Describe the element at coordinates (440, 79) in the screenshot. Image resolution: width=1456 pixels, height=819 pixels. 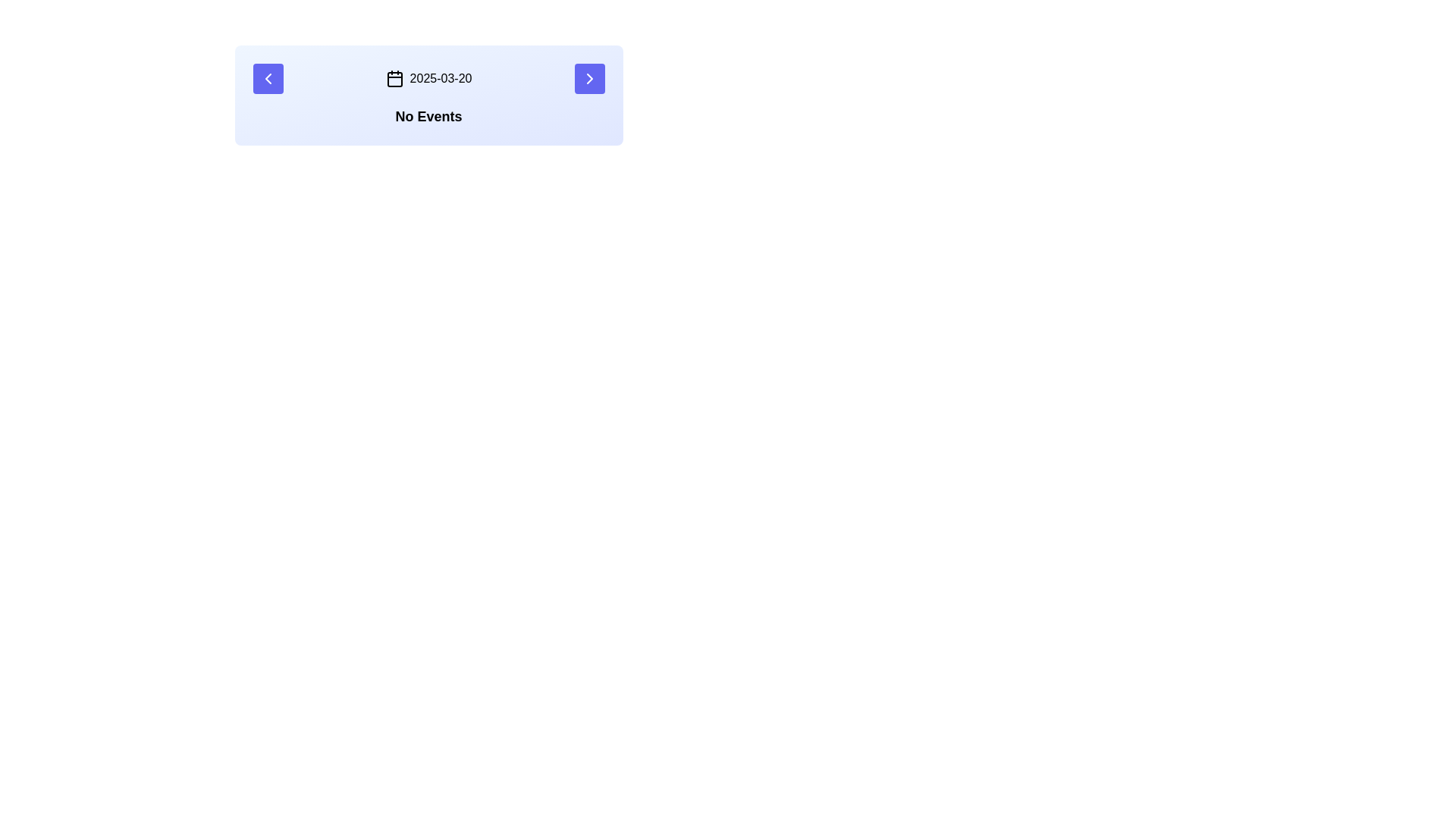
I see `the text display showing the date '2025-03-20', which is located to the right of the calendar icon within a card-like component` at that location.